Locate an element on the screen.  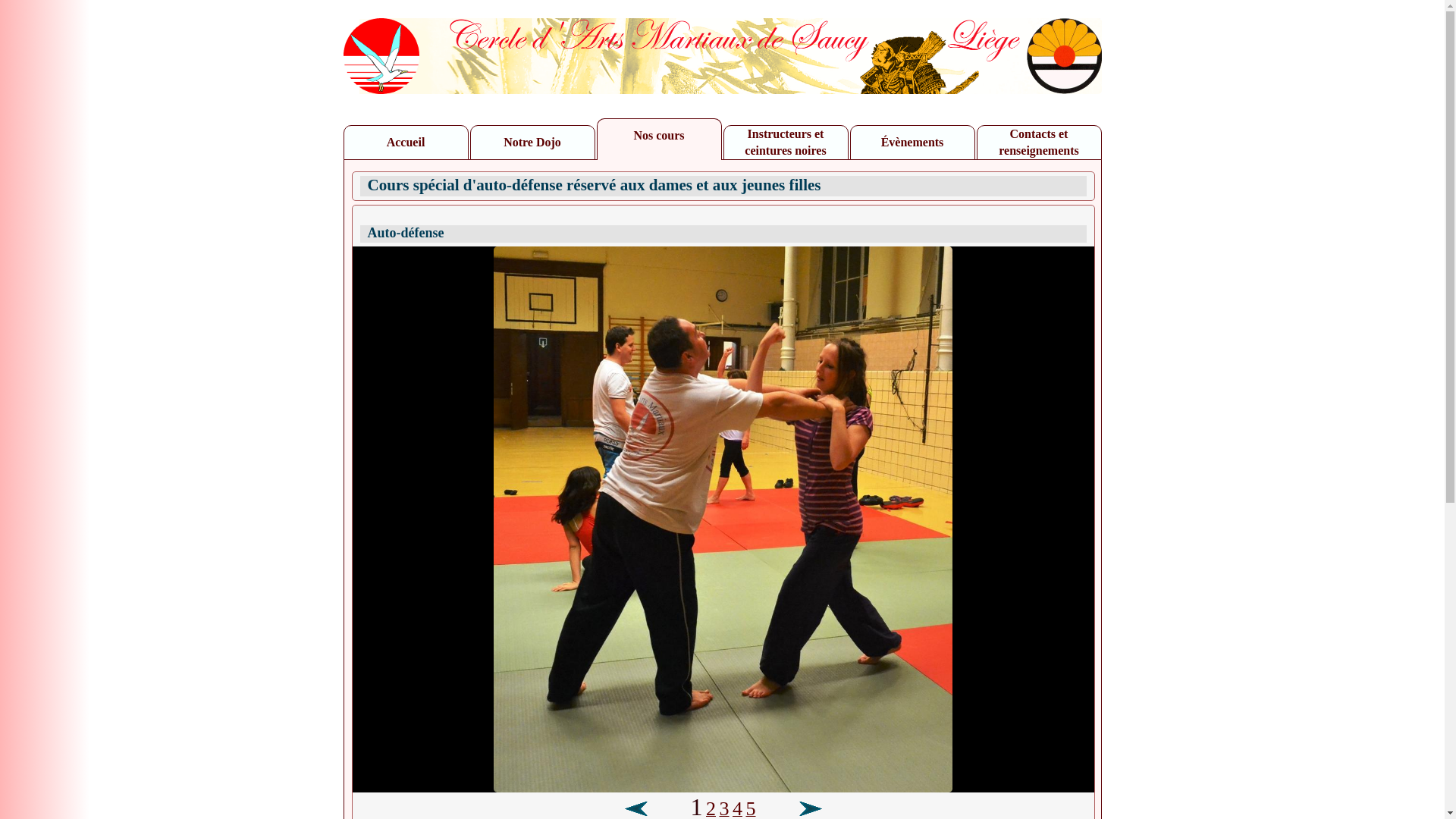
'Contacts et is located at coordinates (1037, 143).